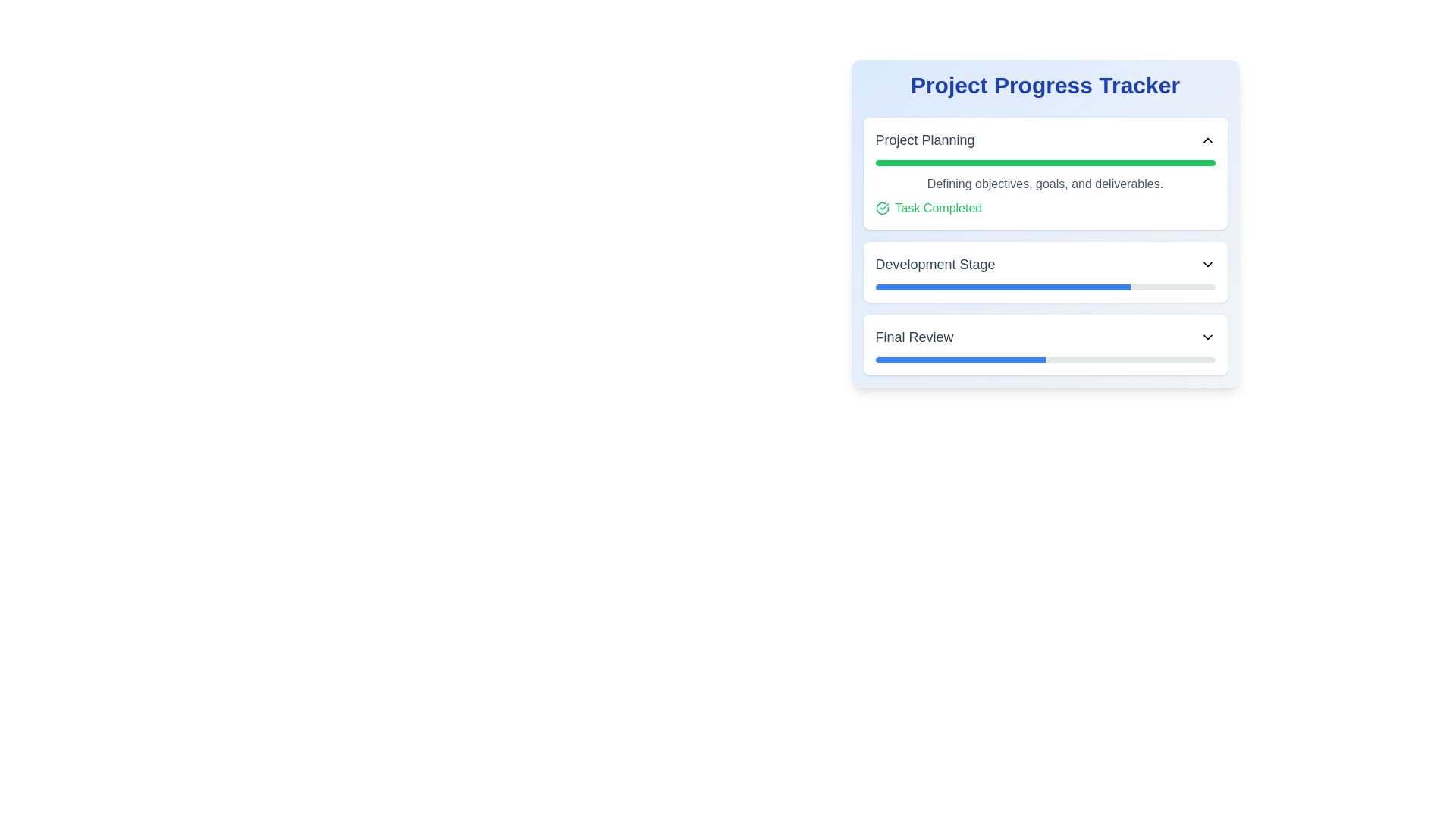  Describe the element at coordinates (987, 359) in the screenshot. I see `the completion percentage of the 'Final Review' progress bar` at that location.